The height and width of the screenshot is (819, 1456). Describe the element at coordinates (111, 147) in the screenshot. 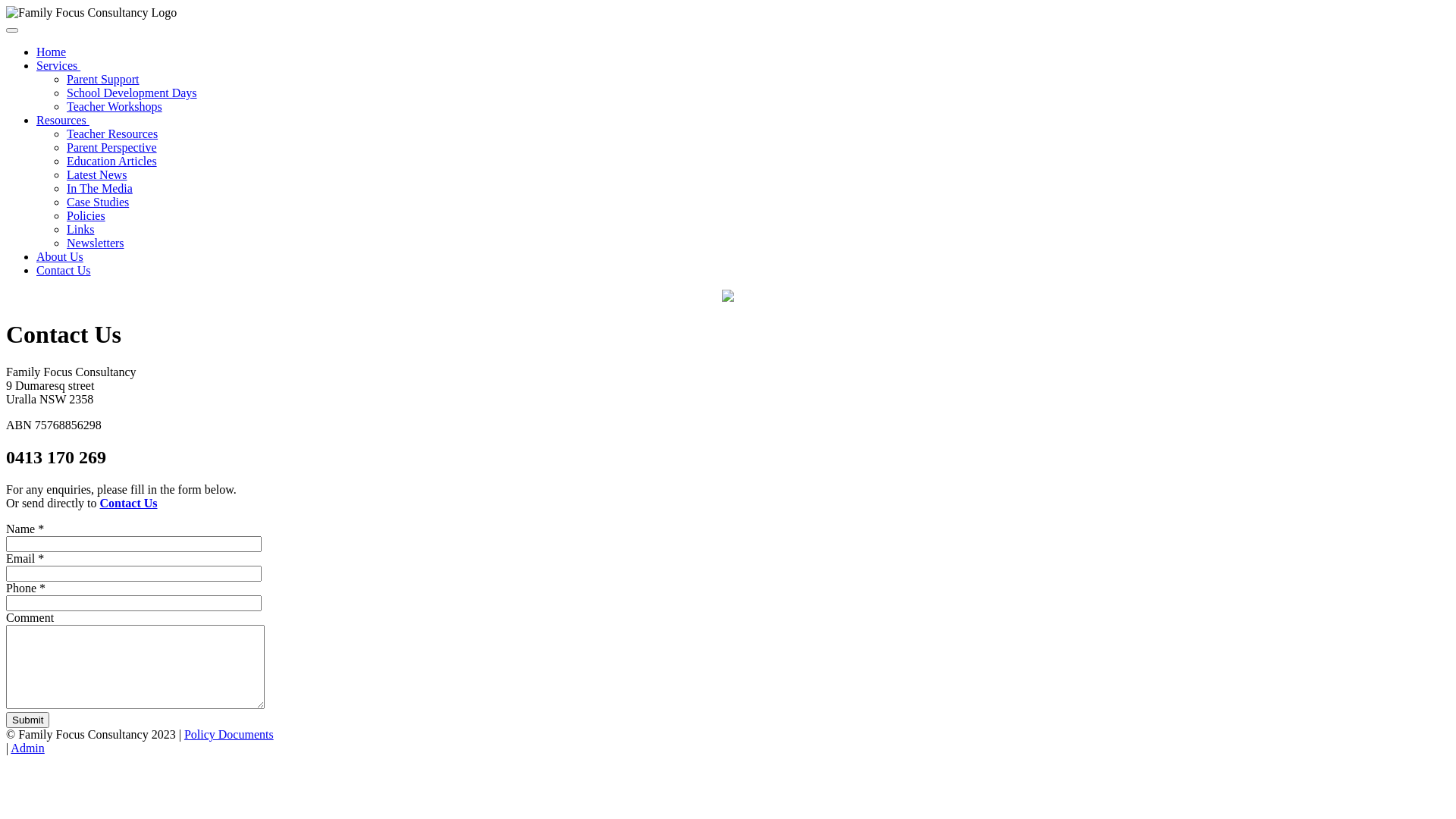

I see `'Parent Perspective'` at that location.